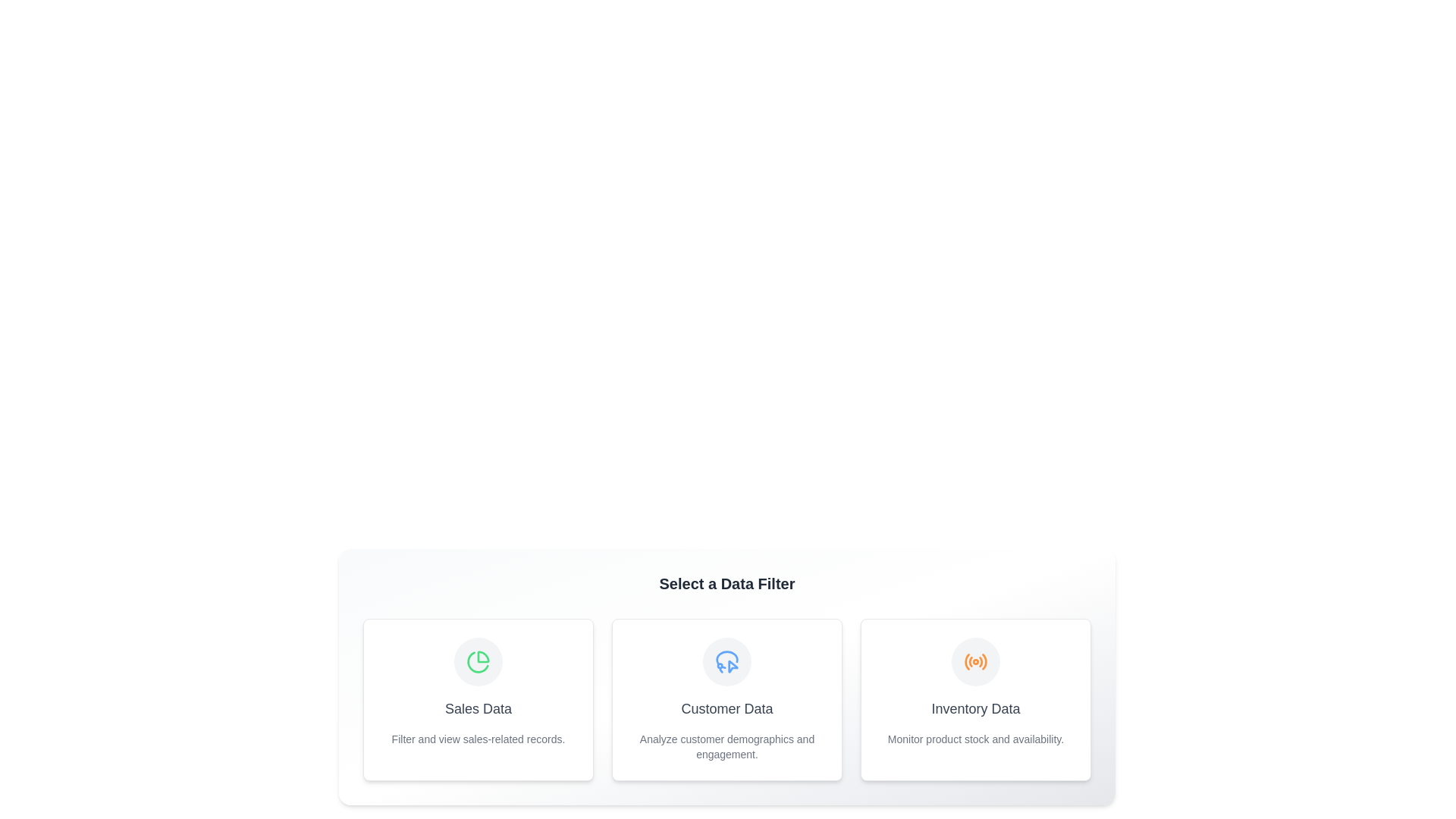  Describe the element at coordinates (477, 699) in the screenshot. I see `the leftmost card in the first column of the three-column grid layout` at that location.